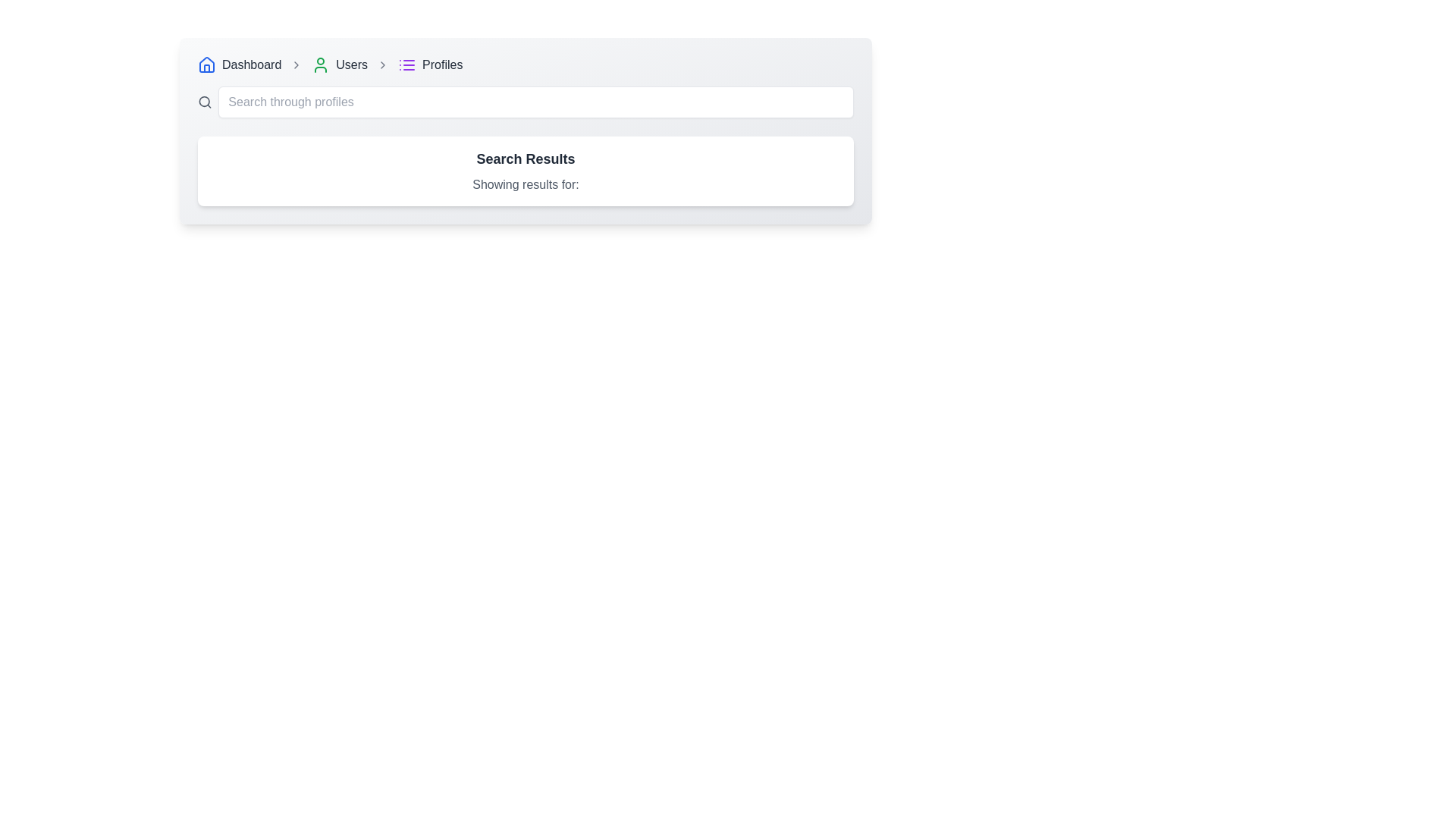 The width and height of the screenshot is (1456, 819). What do you see at coordinates (429, 64) in the screenshot?
I see `the interactive breadcrumb link located at the rightmost end of the breadcrumb navigation bar, which follows the 'Users' breadcrumb item` at bounding box center [429, 64].